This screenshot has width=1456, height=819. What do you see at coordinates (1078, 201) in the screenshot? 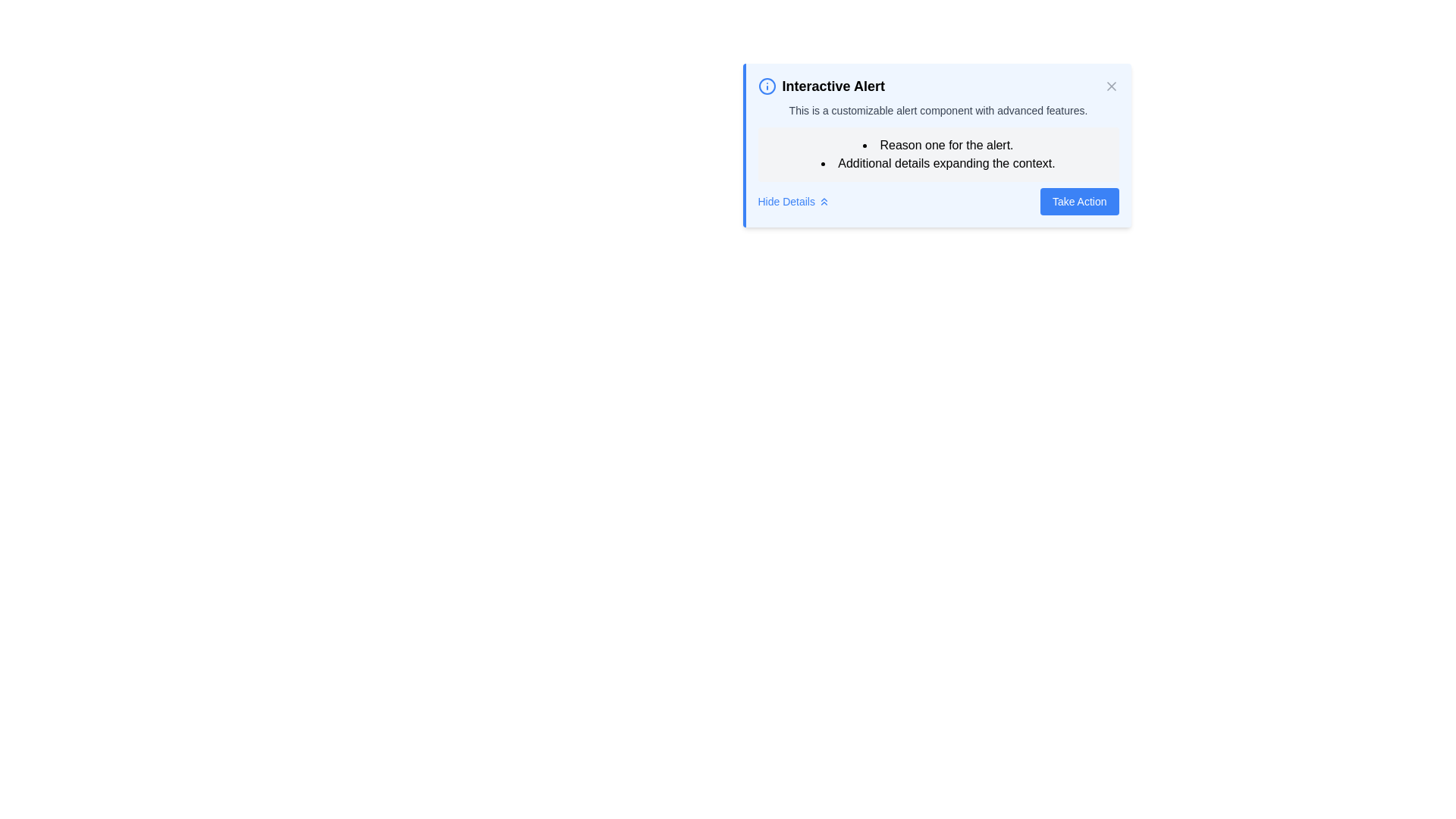
I see `the rectangular button with a blue background and white text that reads 'Take Action'` at bounding box center [1078, 201].